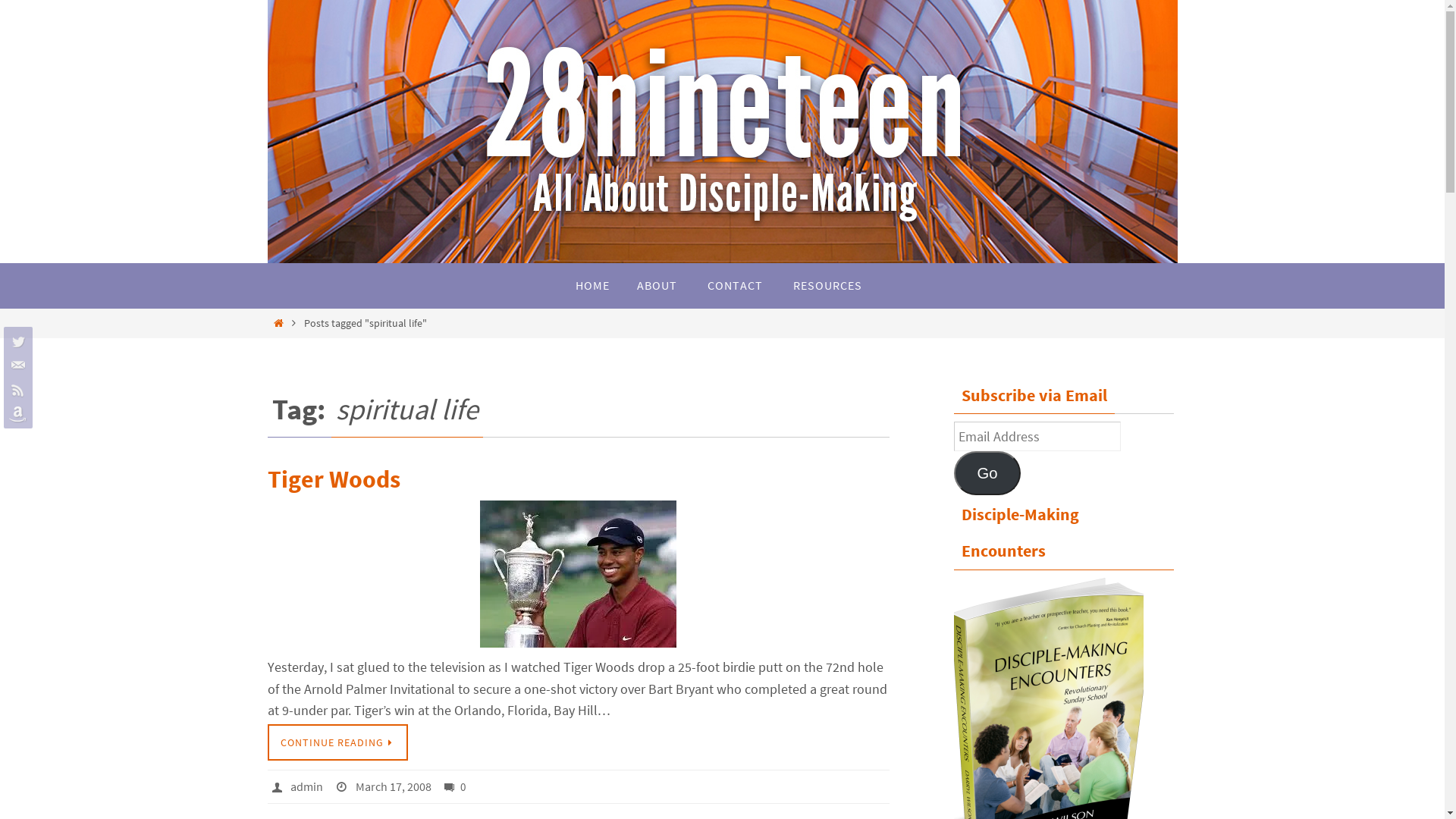 This screenshot has height=819, width=1456. What do you see at coordinates (15, 366) in the screenshot?
I see `'Send me an email'` at bounding box center [15, 366].